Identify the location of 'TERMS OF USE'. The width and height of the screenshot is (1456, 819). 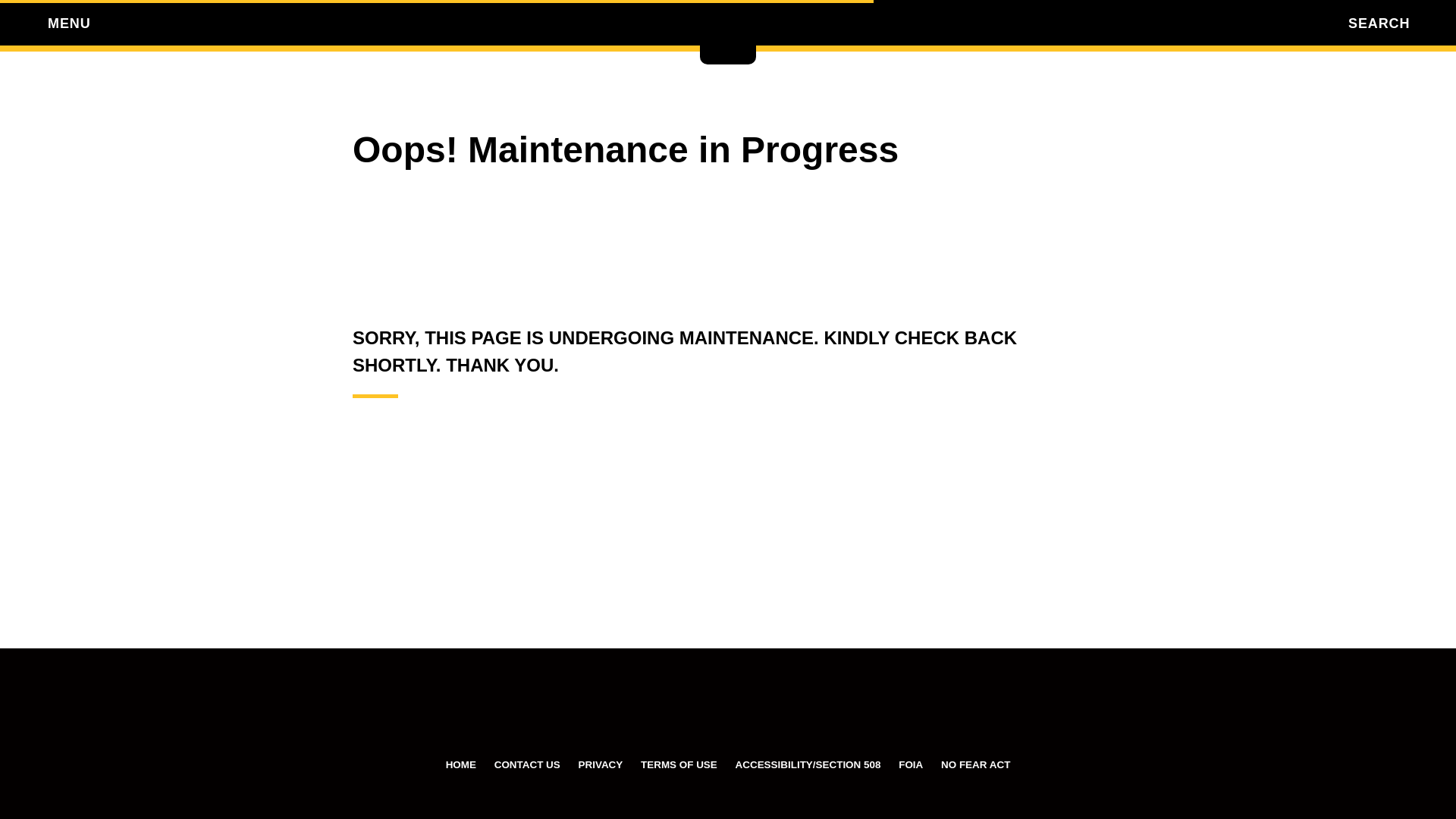
(678, 764).